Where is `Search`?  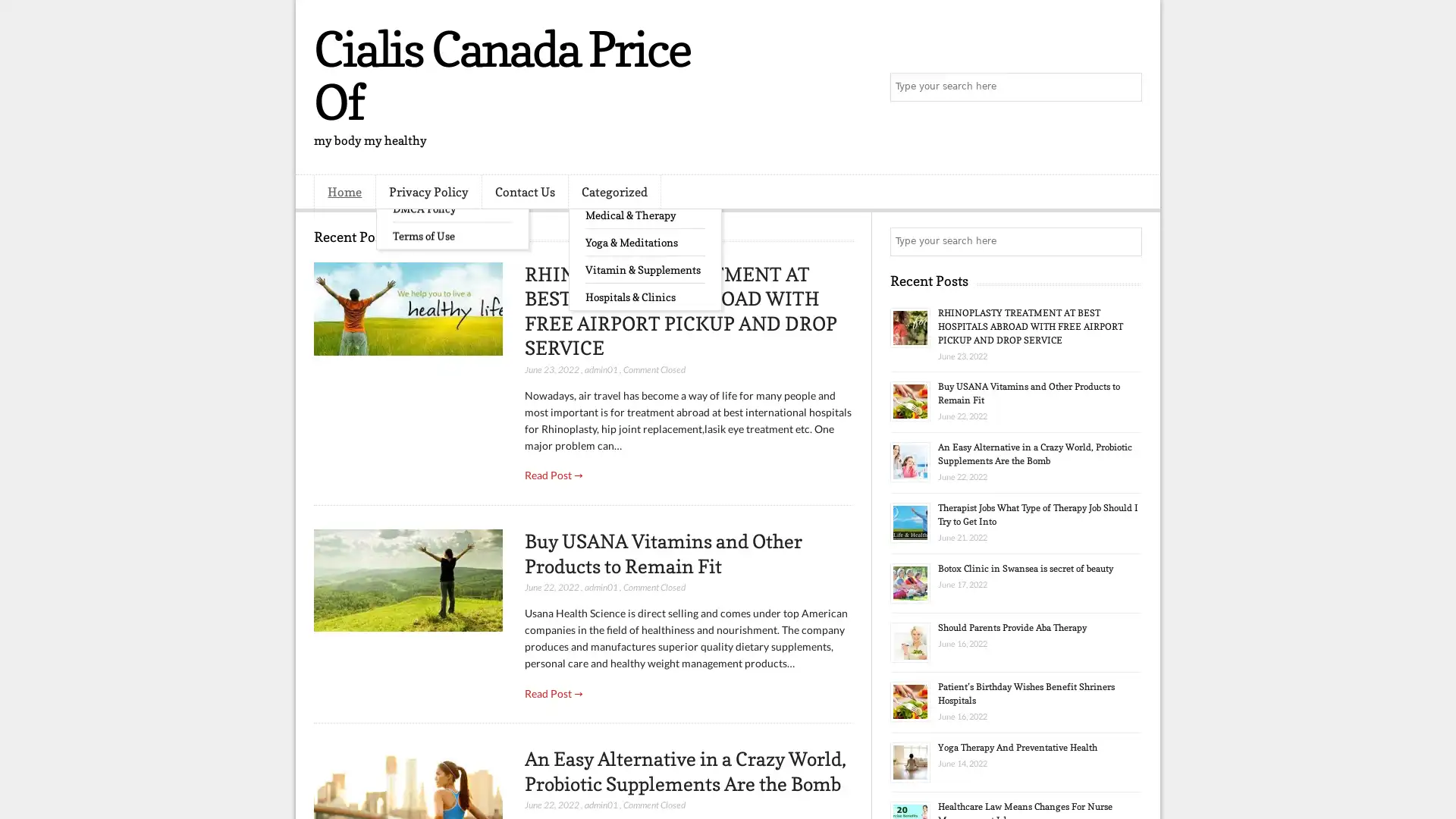 Search is located at coordinates (1126, 87).